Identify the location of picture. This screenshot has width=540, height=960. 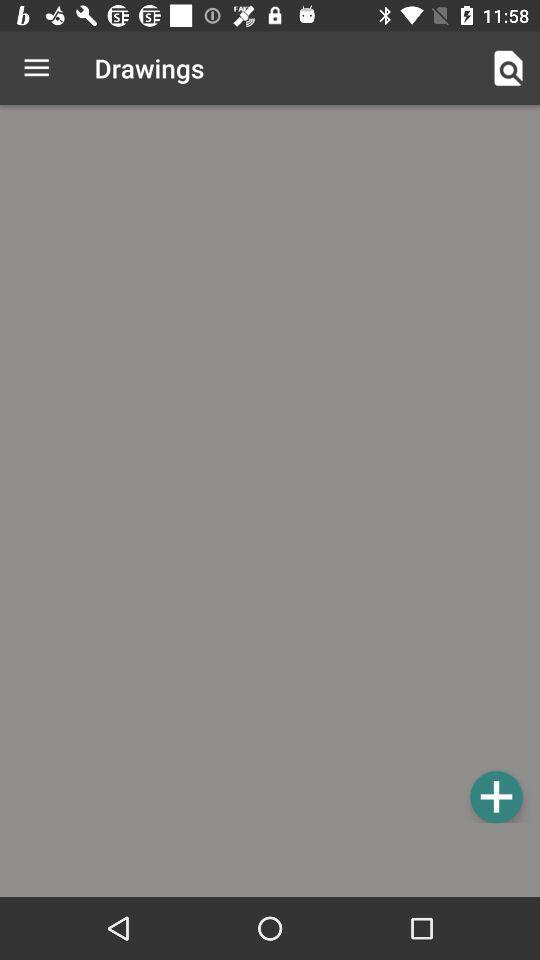
(495, 796).